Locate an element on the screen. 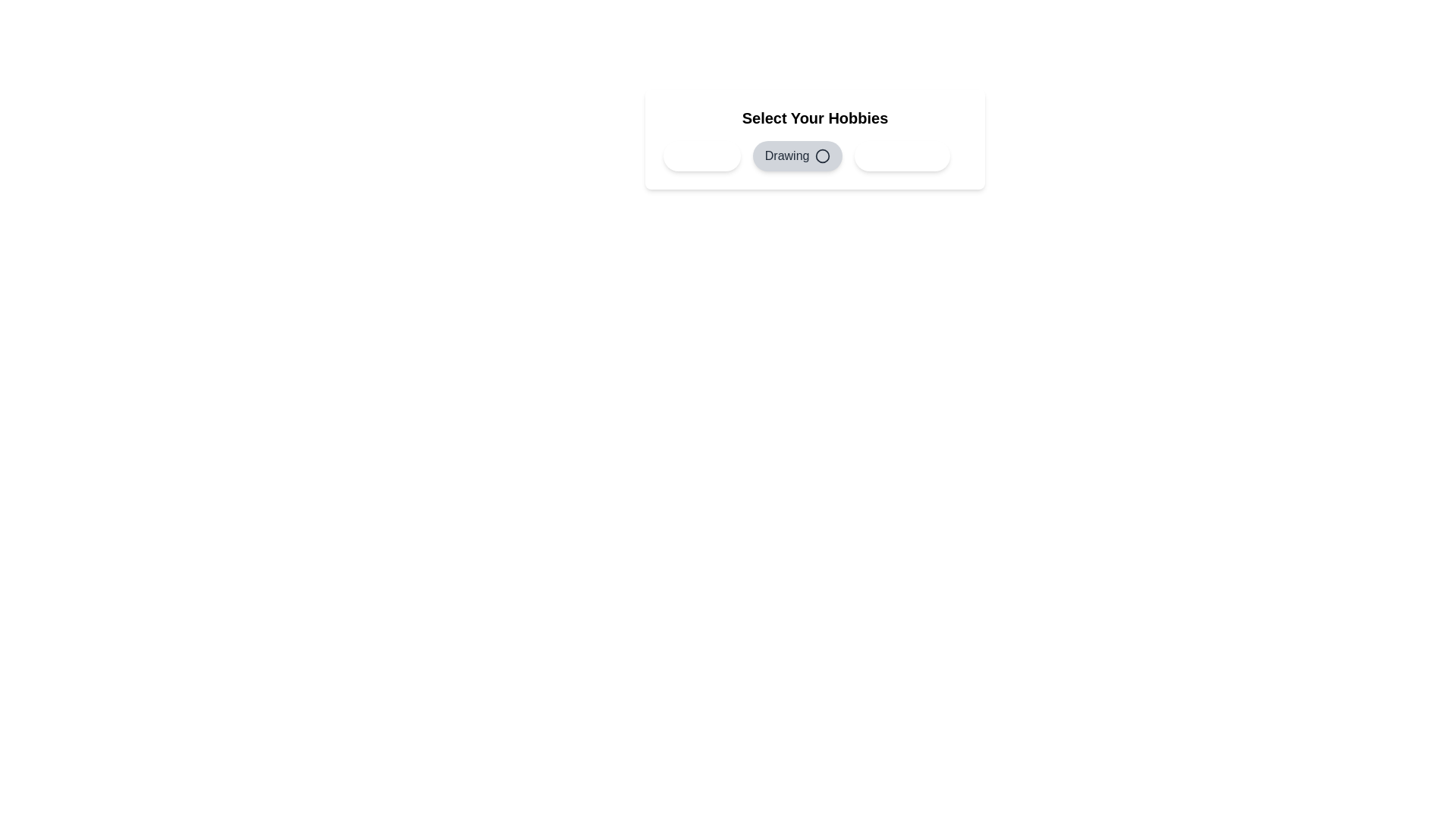 This screenshot has width=1456, height=819. the hobby chip labeled Drawing to observe its styling changes is located at coordinates (797, 155).